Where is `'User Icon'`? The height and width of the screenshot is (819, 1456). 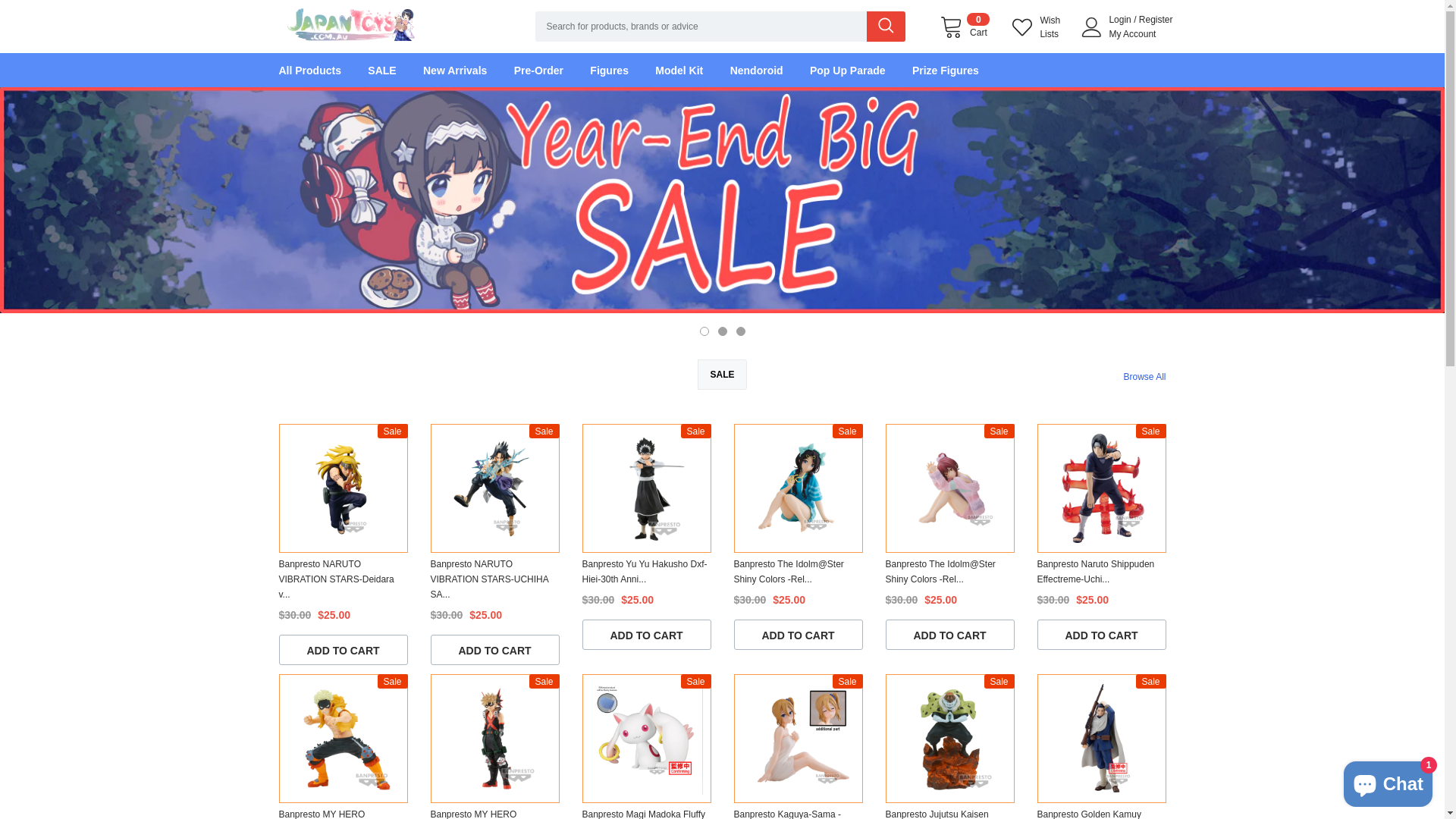
'User Icon' is located at coordinates (1092, 27).